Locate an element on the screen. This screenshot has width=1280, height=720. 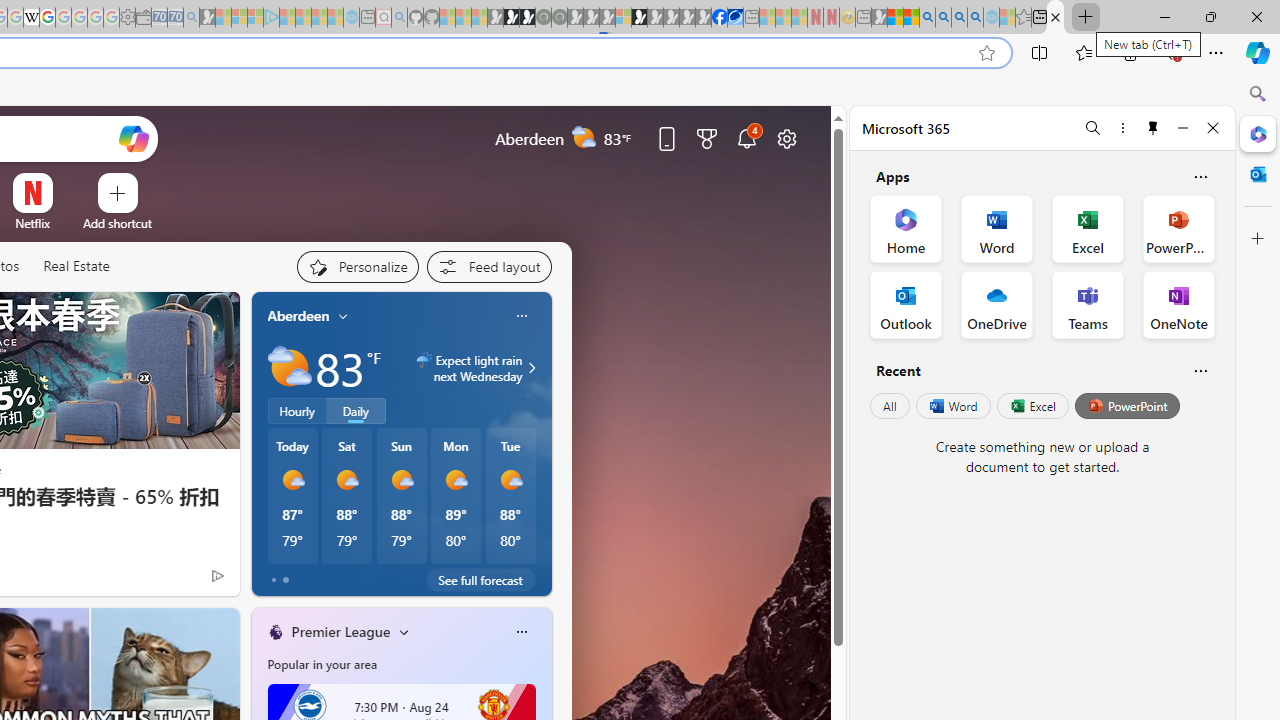
'More interests' is located at coordinates (403, 631).